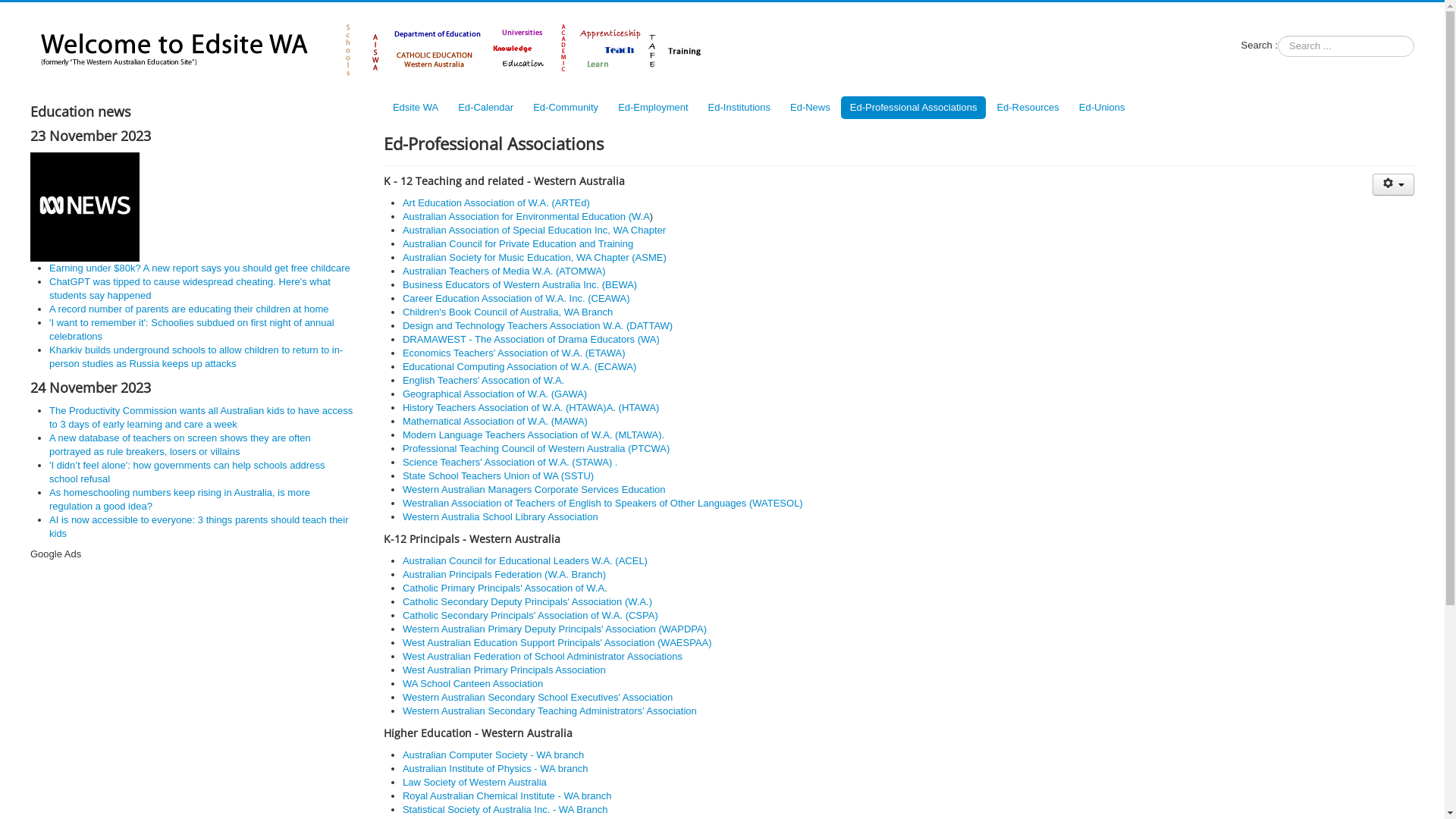 Image resolution: width=1456 pixels, height=819 pixels. Describe the element at coordinates (493, 755) in the screenshot. I see `'Australian Computer Society - WA branch'` at that location.